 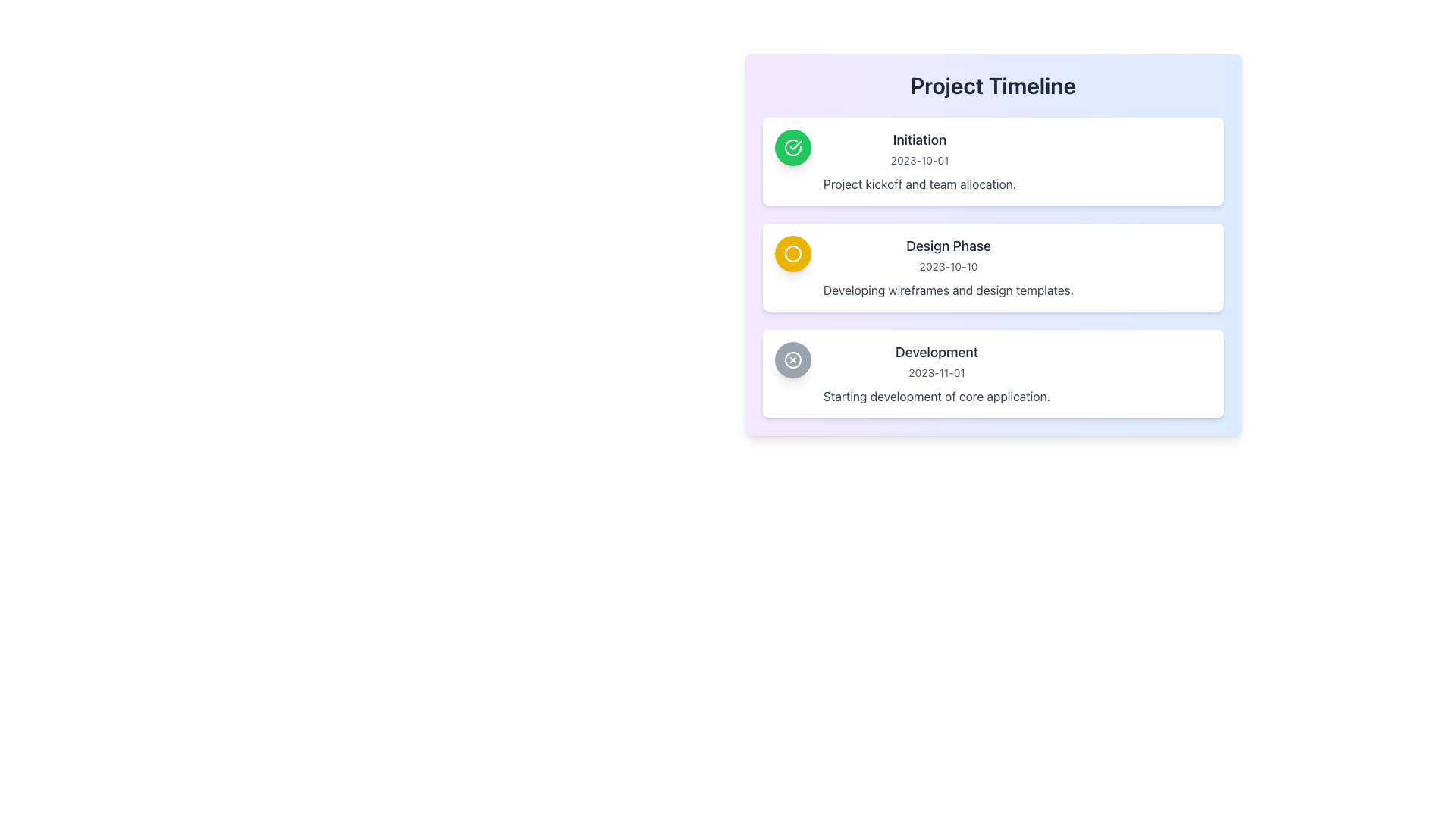 I want to click on the Text Label that serves as the title for the second card in the timeline, summarizing its purpose, so click(x=948, y=245).